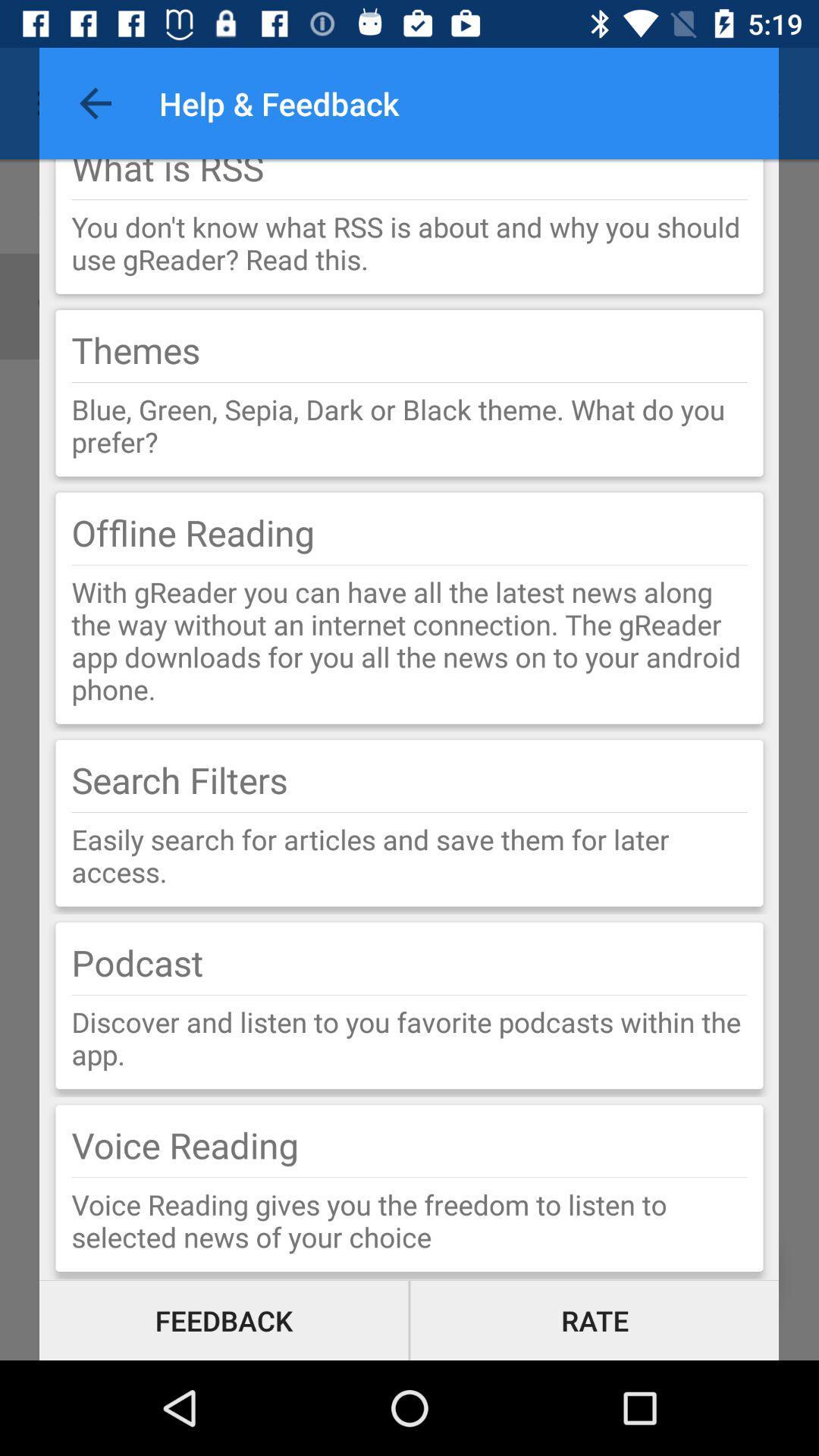  What do you see at coordinates (409, 1037) in the screenshot?
I see `the discover and listen` at bounding box center [409, 1037].